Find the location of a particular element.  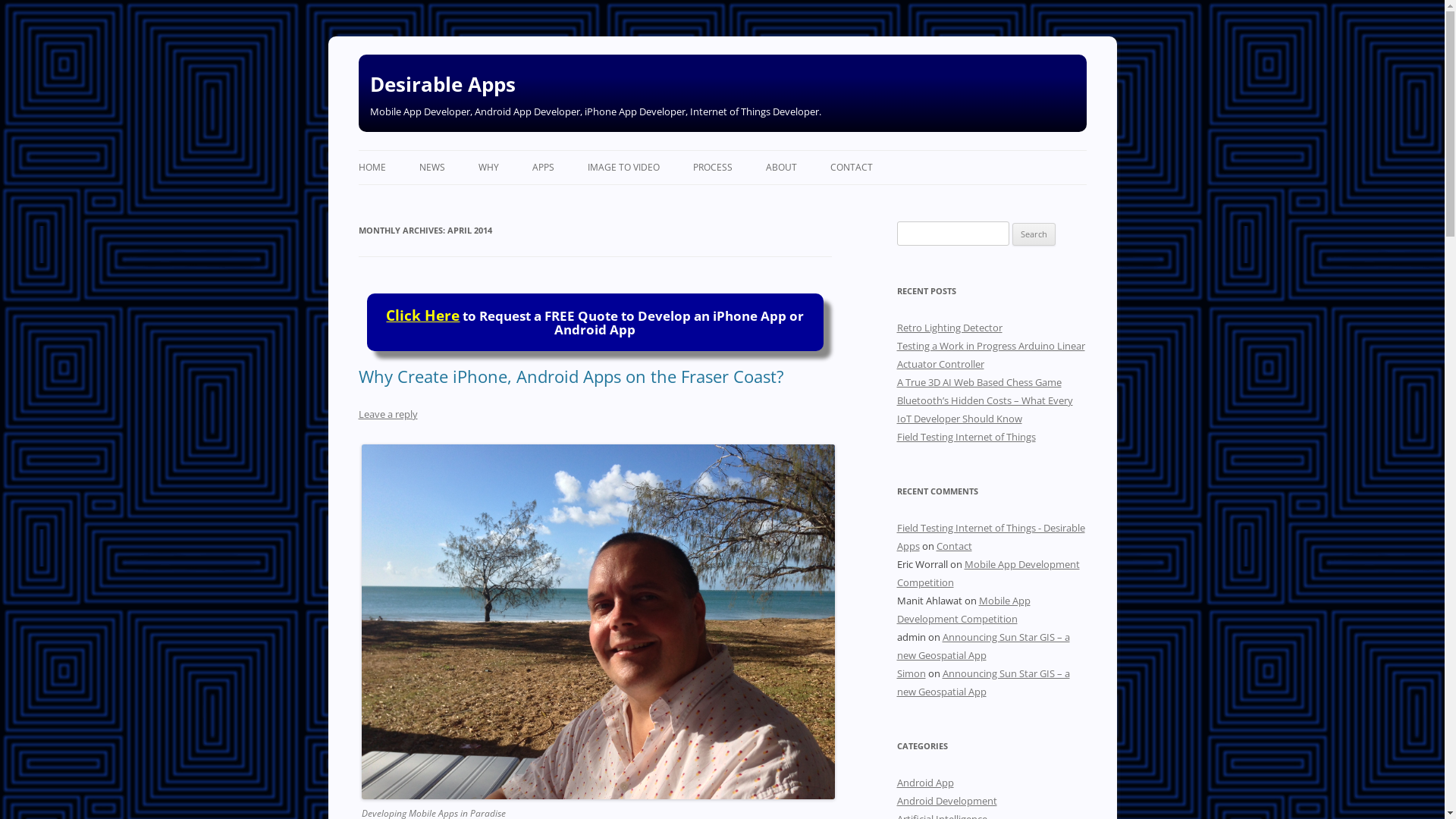

'Contact' is located at coordinates (952, 546).